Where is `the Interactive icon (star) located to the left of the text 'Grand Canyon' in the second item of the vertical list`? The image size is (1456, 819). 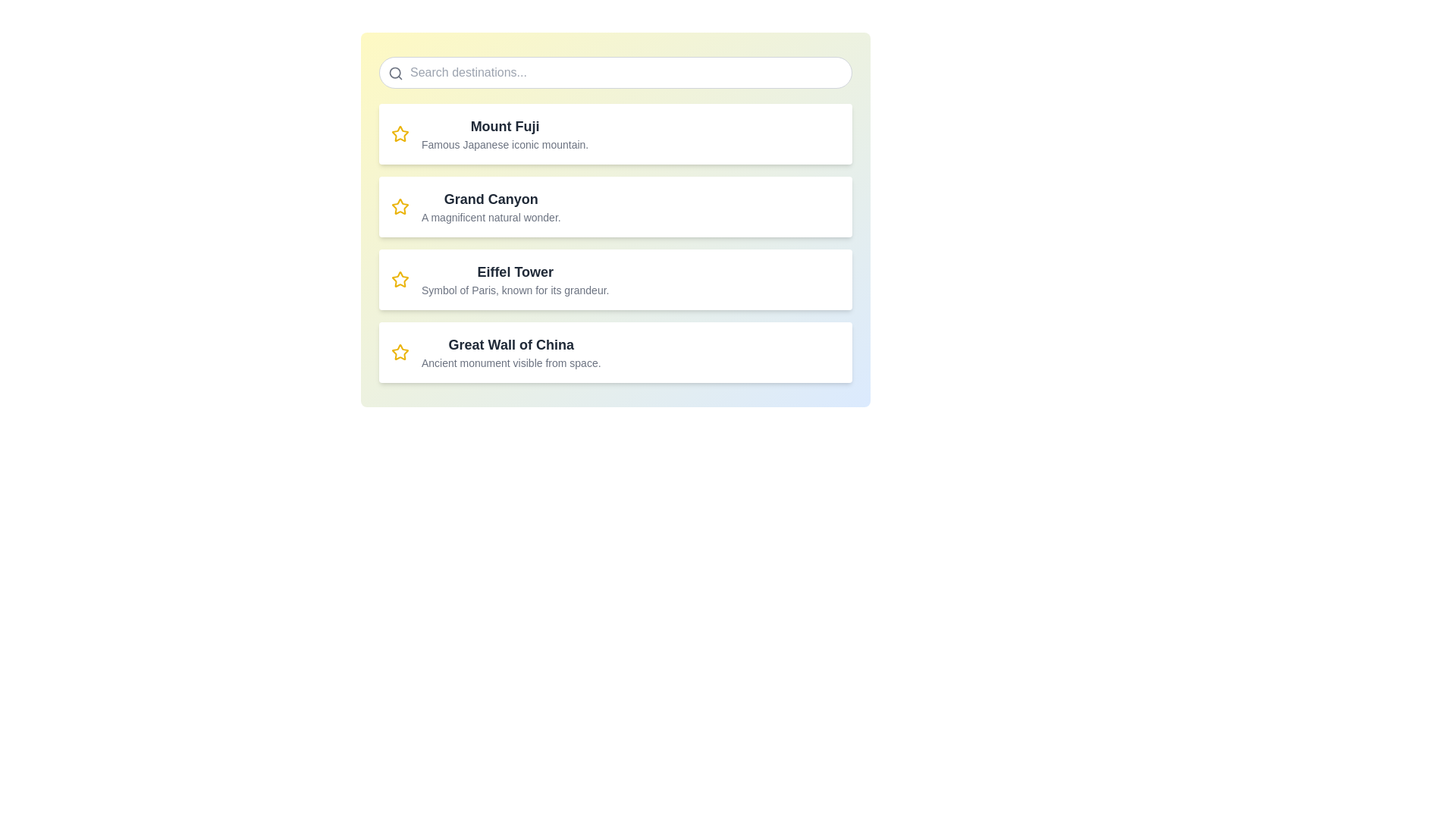 the Interactive icon (star) located to the left of the text 'Grand Canyon' in the second item of the vertical list is located at coordinates (400, 352).